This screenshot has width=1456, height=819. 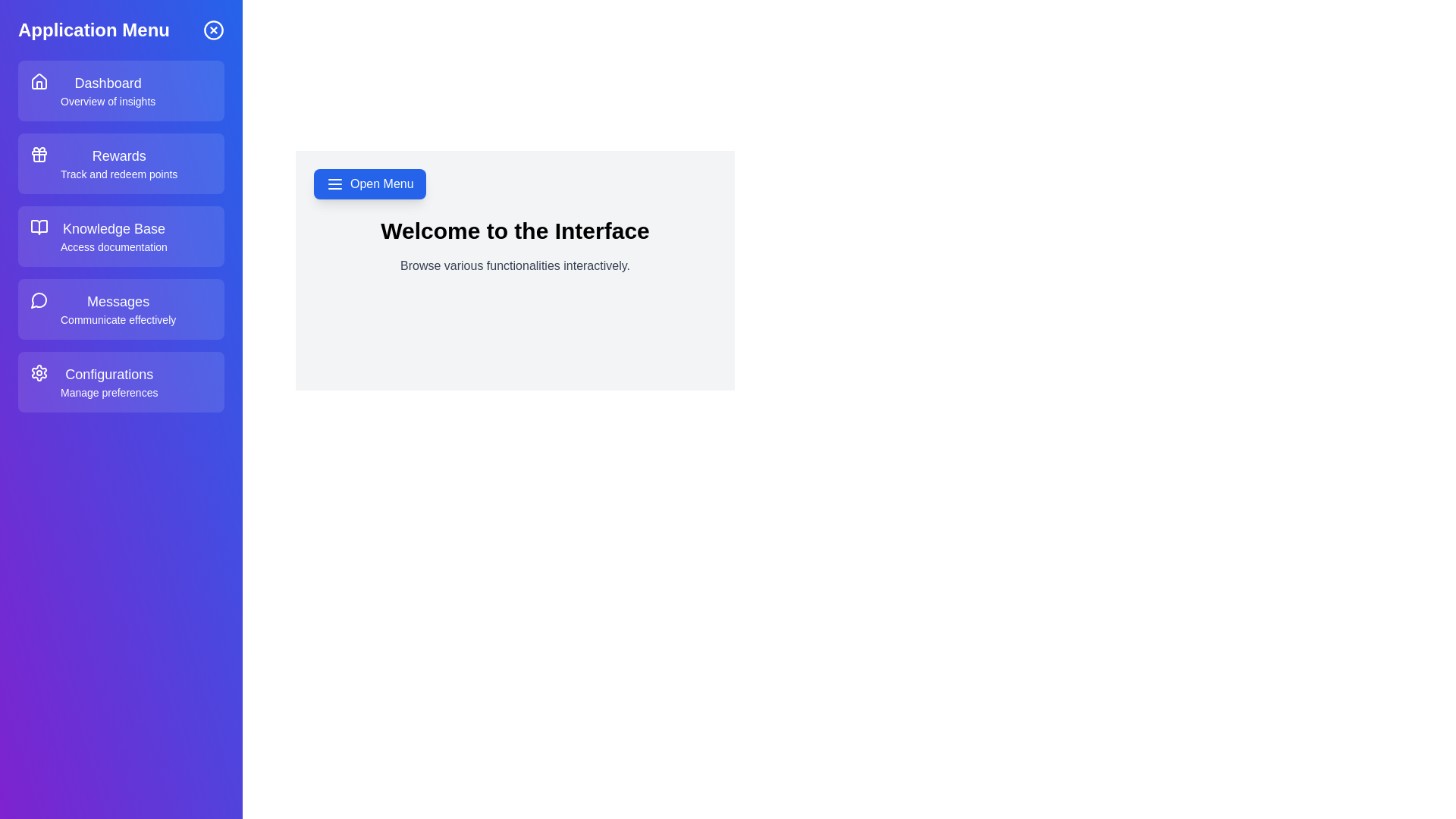 I want to click on the text 'Welcome to the Interface' to interact with it, so click(x=515, y=231).